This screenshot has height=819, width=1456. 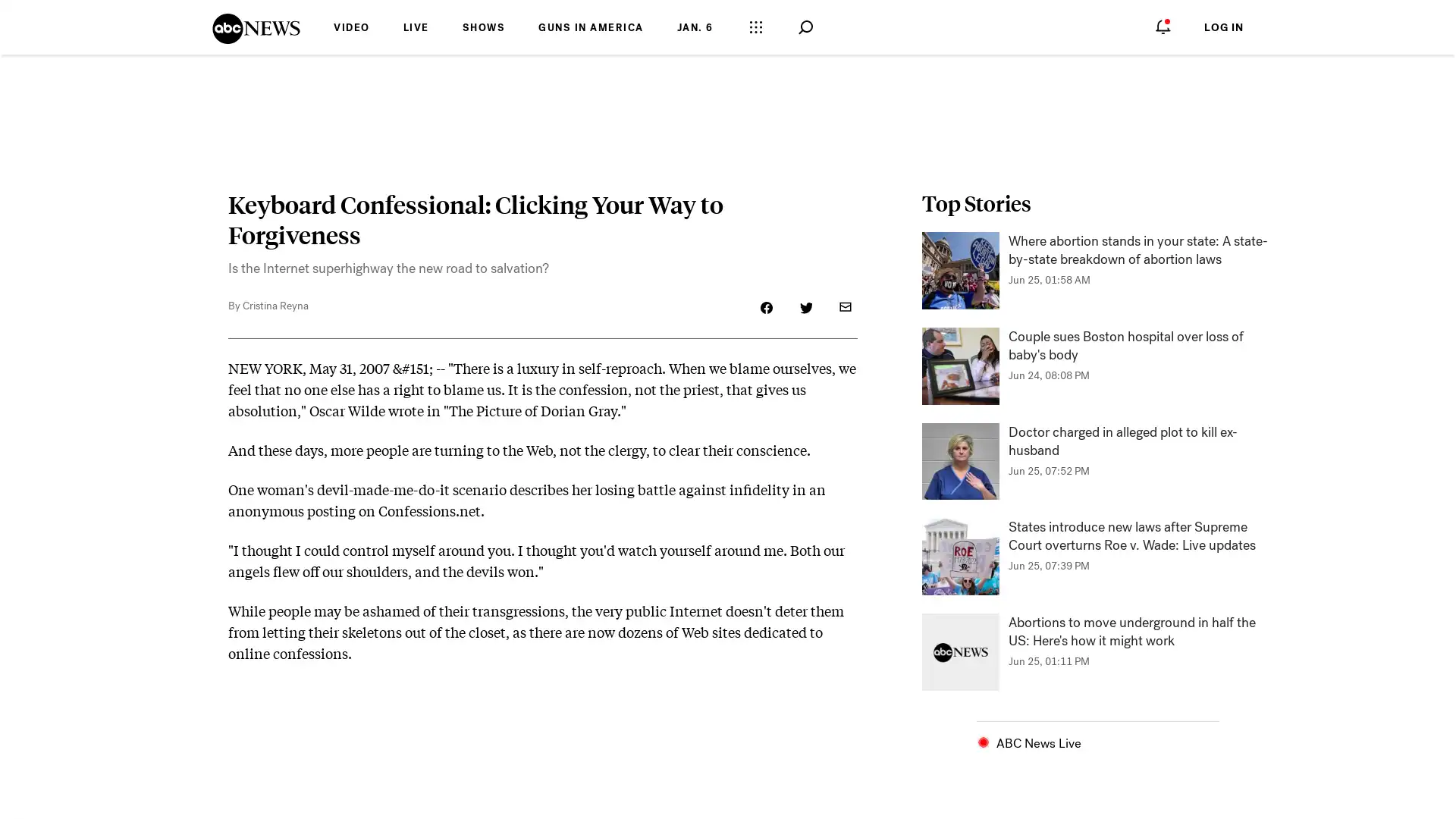 I want to click on Share Story by Email, so click(x=844, y=307).